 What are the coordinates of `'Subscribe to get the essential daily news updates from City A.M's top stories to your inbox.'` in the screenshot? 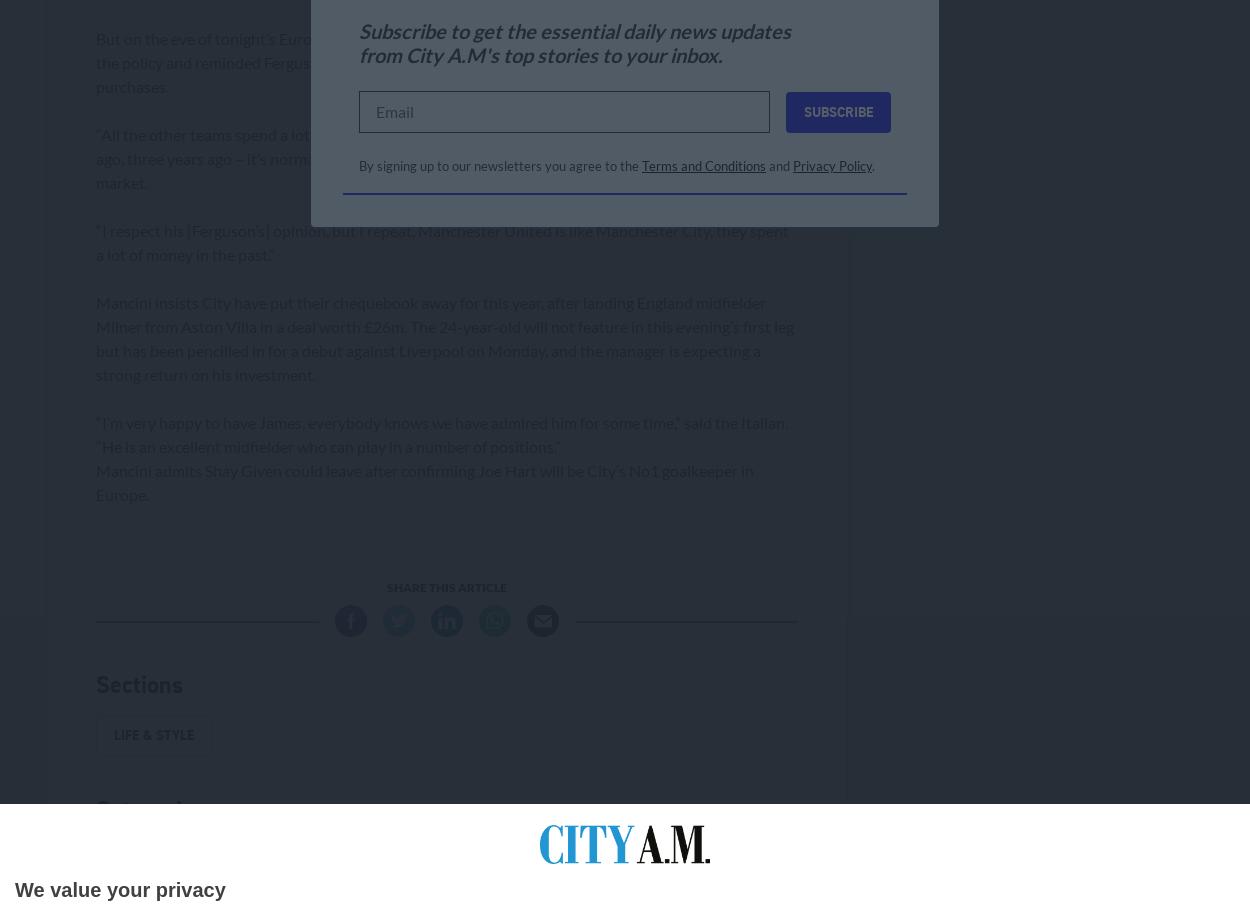 It's located at (574, 43).